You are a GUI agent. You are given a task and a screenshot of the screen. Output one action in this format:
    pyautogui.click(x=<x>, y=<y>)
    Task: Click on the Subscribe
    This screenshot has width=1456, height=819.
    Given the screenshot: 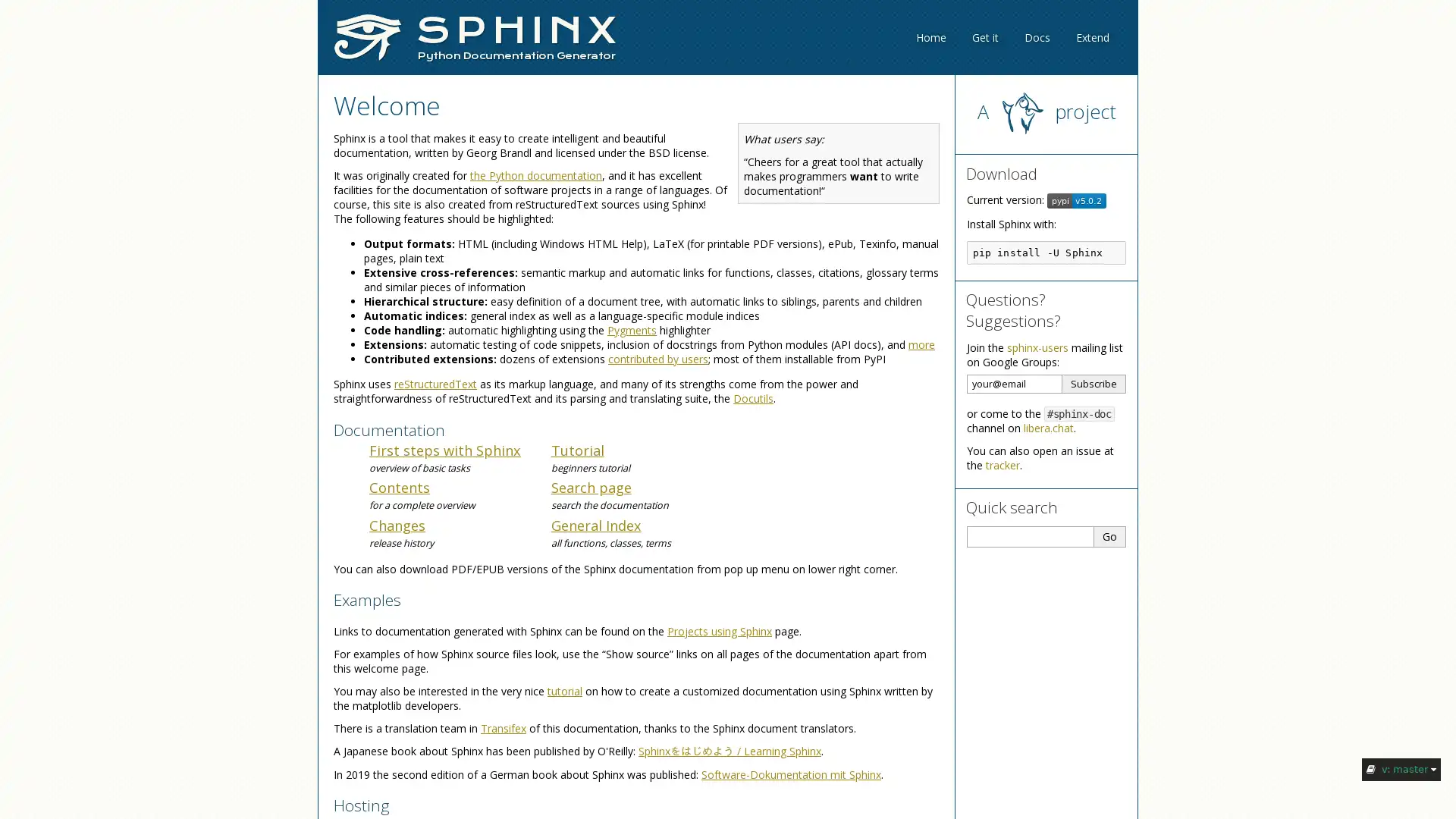 What is the action you would take?
    pyautogui.click(x=1094, y=382)
    